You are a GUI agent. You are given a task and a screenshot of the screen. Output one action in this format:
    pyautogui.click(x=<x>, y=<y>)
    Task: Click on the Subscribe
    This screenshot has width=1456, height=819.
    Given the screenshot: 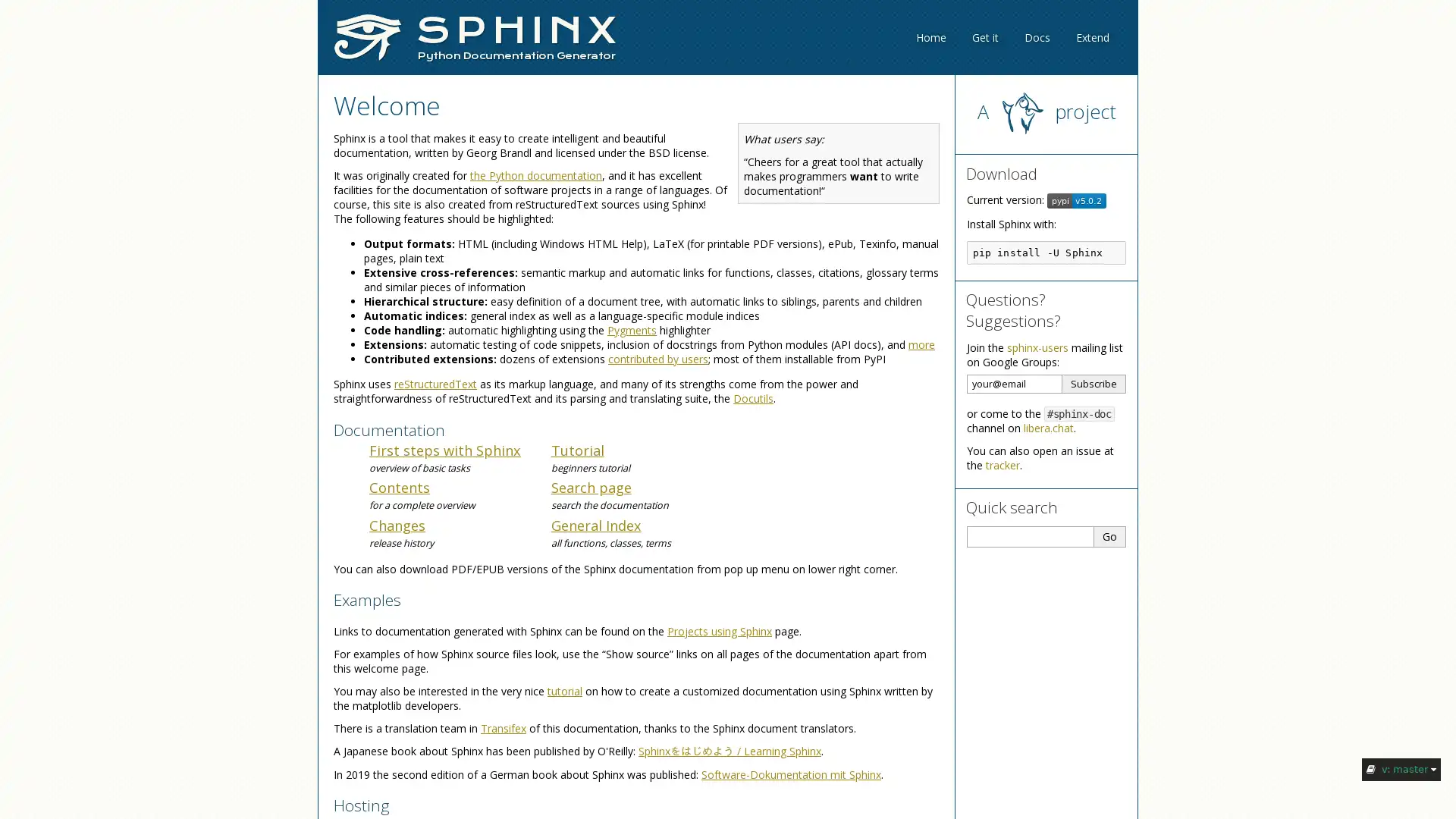 What is the action you would take?
    pyautogui.click(x=1094, y=382)
    